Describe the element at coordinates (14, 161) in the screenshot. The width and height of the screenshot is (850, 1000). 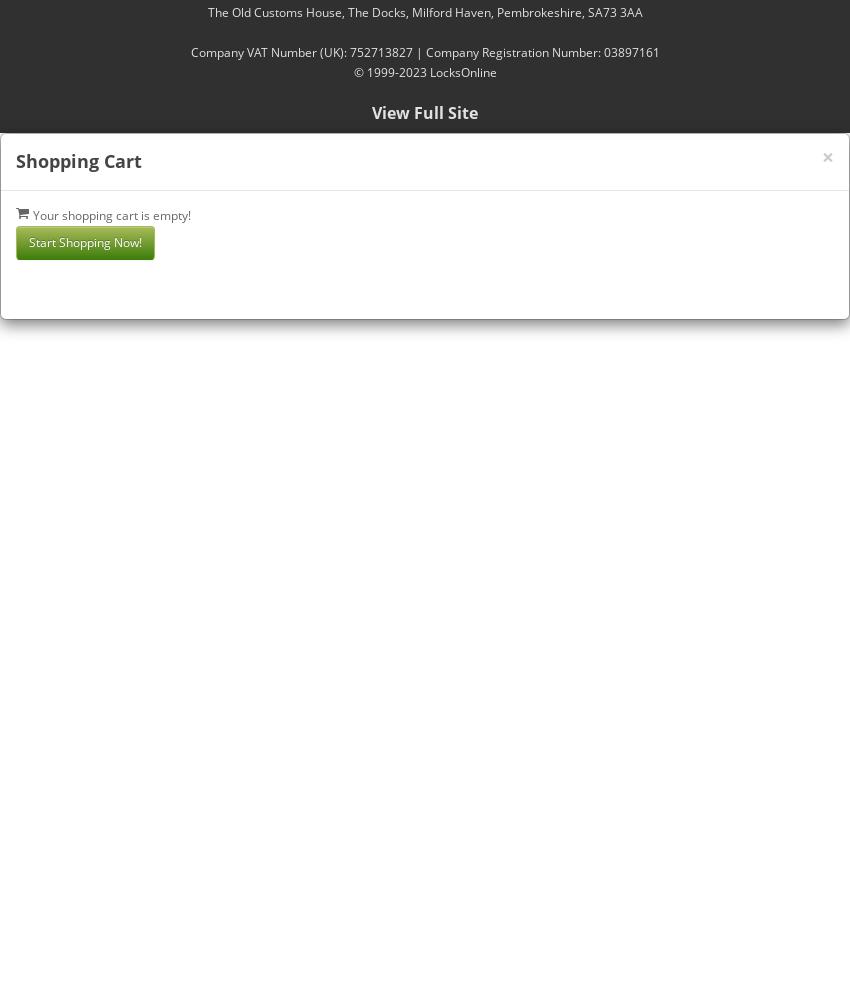
I see `'Shopping Cart'` at that location.